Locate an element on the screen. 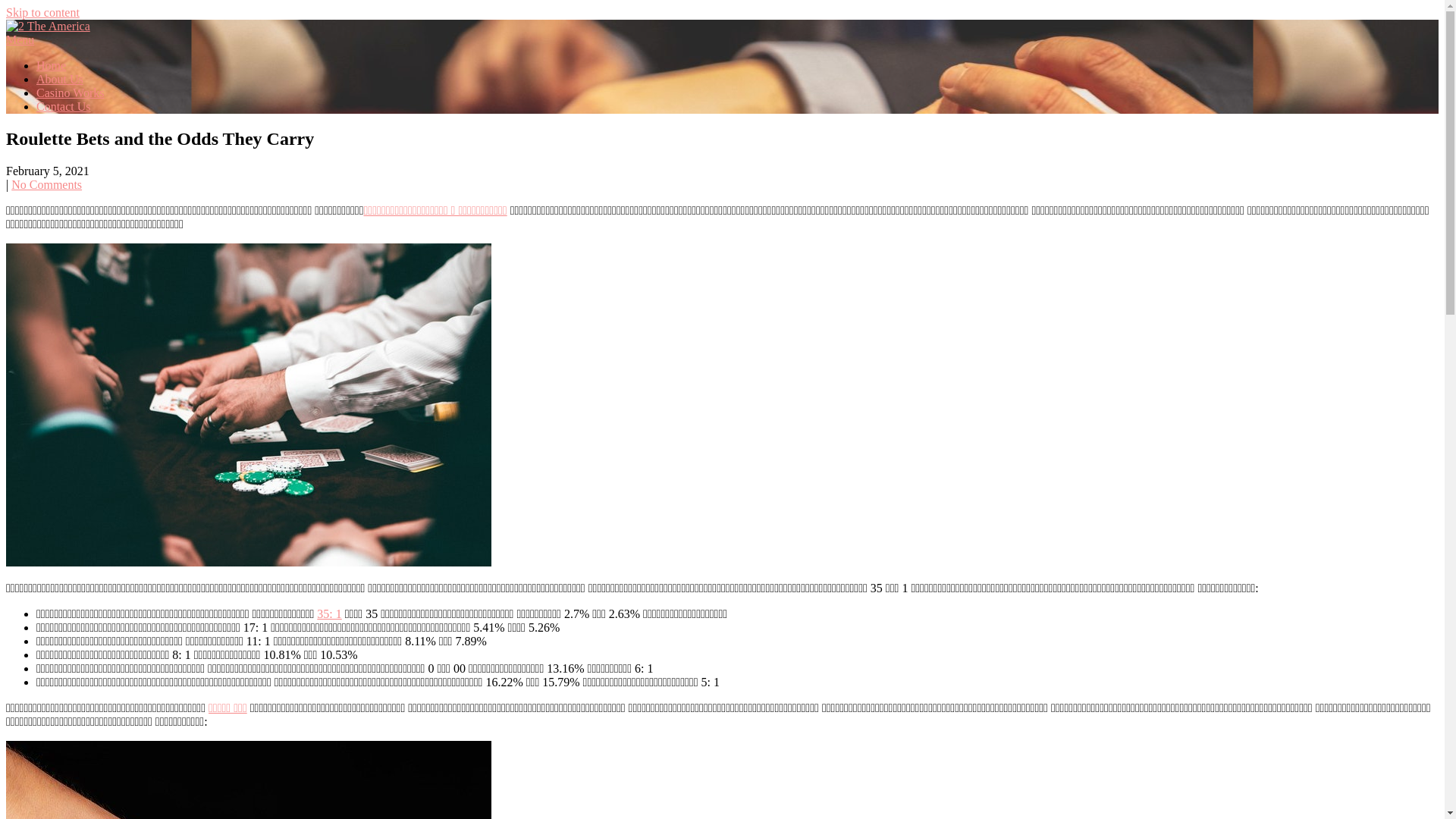 The width and height of the screenshot is (1456, 819). 'Menu' is located at coordinates (20, 39).